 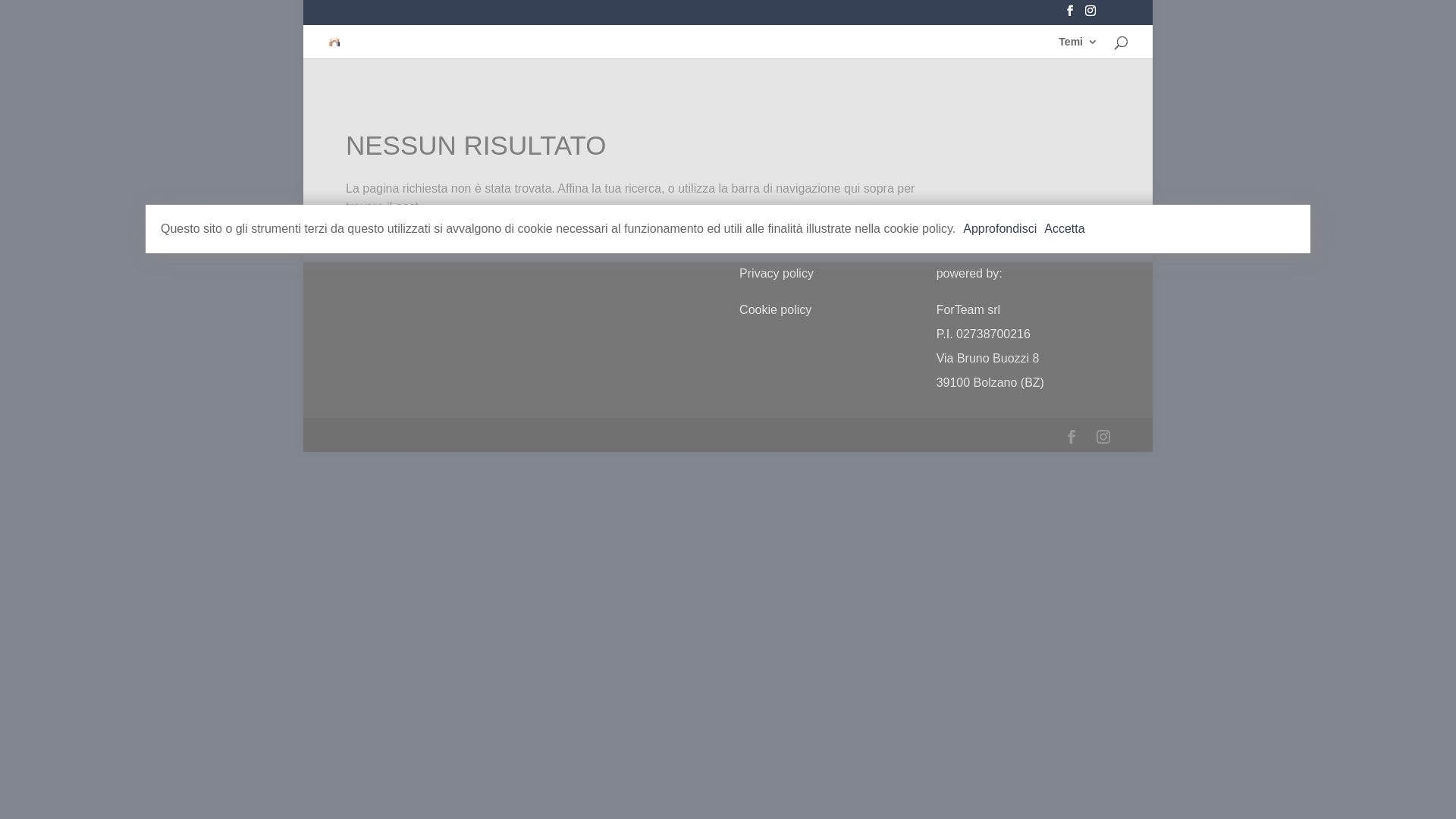 I want to click on 'Accetta', so click(x=1043, y=228).